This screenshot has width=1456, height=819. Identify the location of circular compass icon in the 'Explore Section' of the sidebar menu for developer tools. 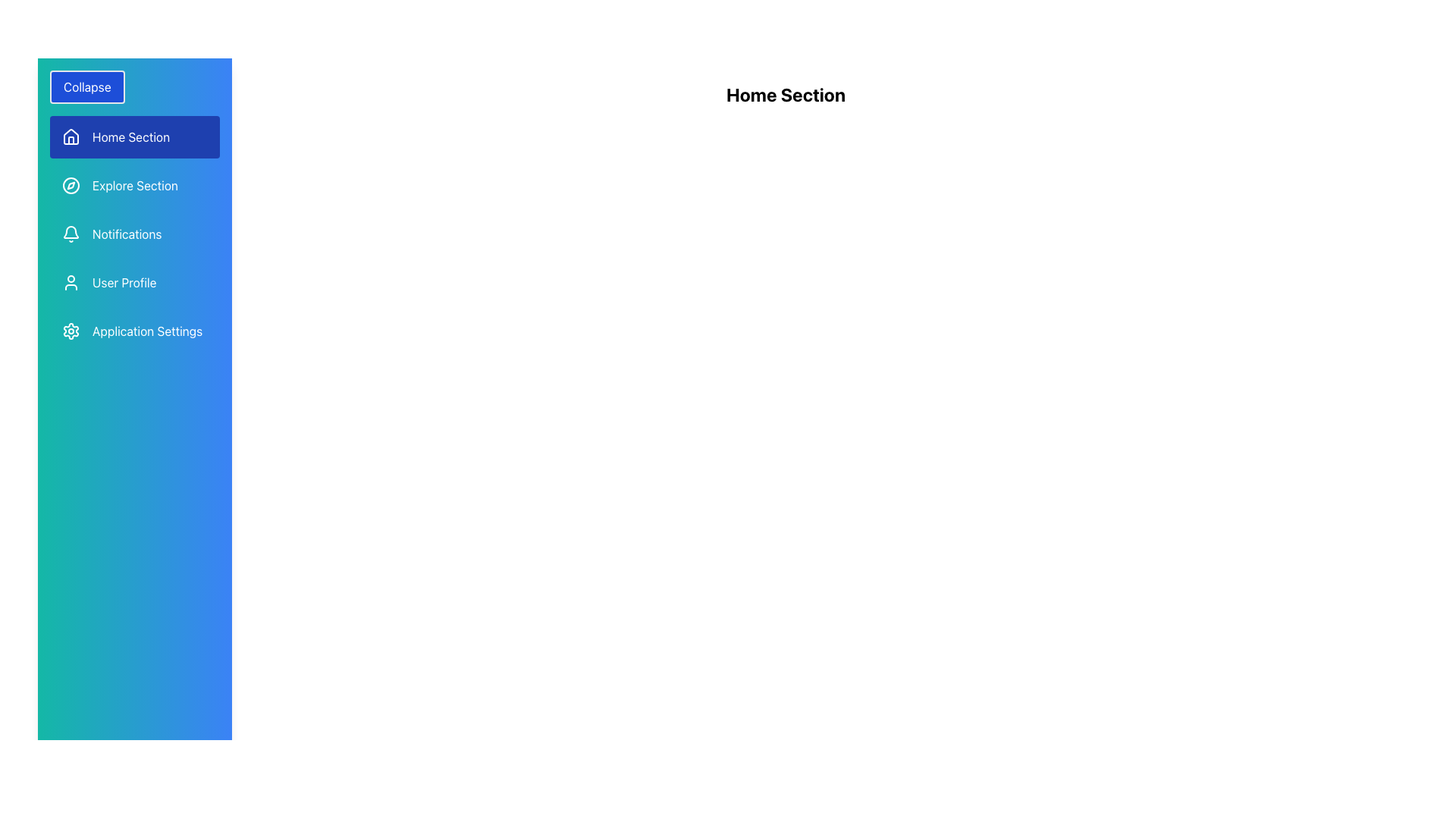
(71, 185).